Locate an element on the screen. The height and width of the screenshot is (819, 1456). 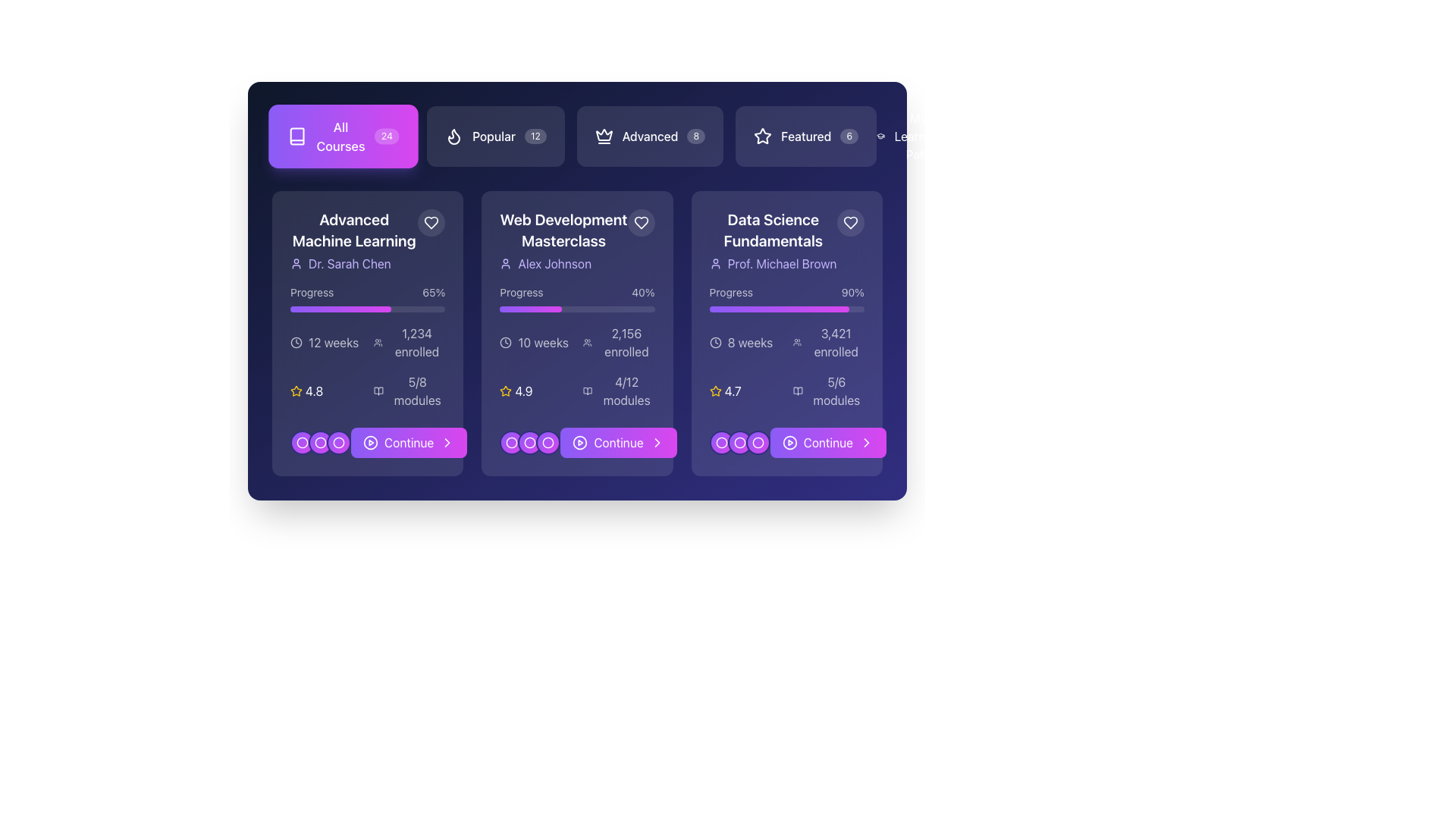
progress completion is located at coordinates (388, 309).